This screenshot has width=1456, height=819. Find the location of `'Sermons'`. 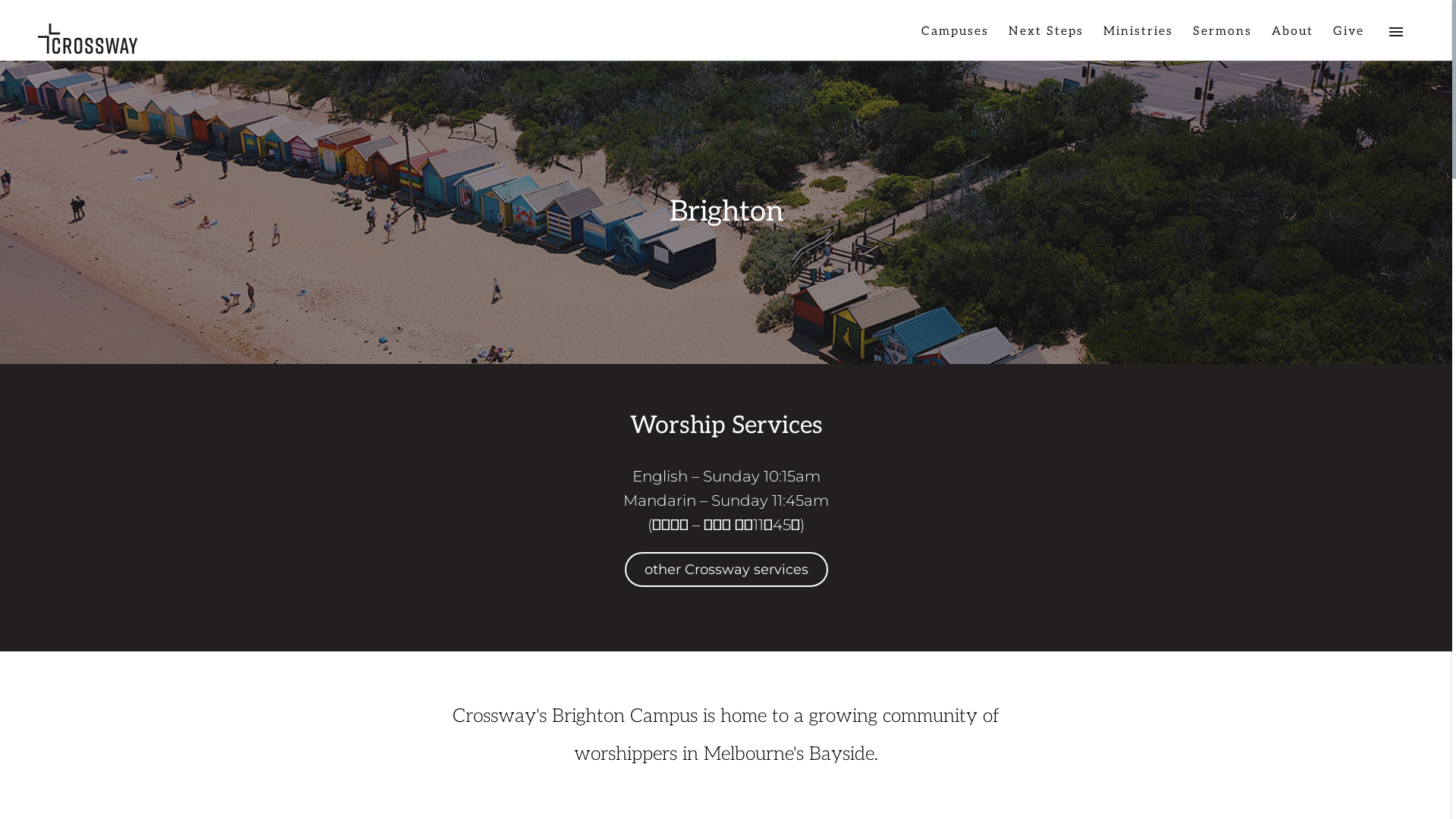

'Sermons' is located at coordinates (1222, 37).